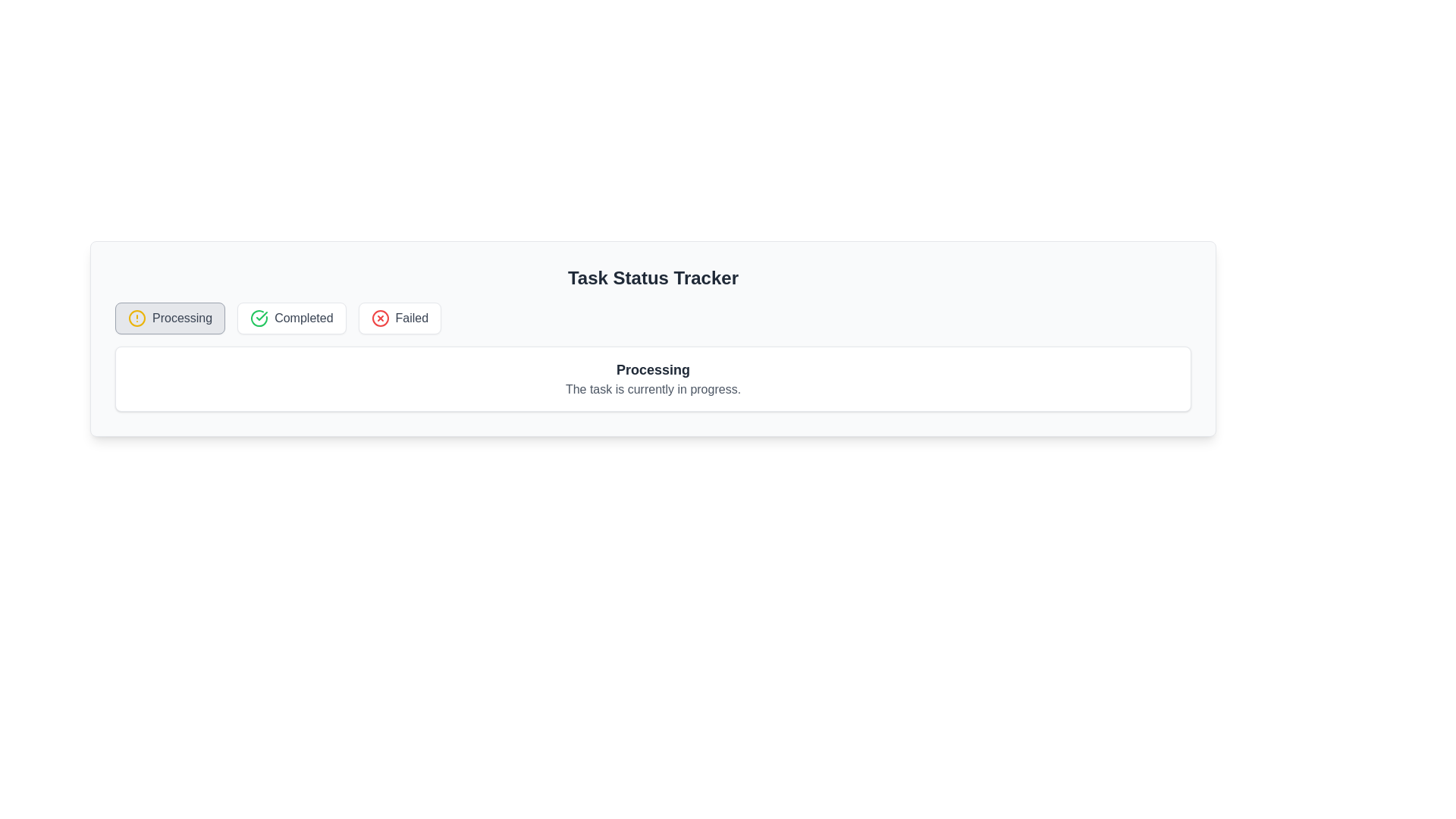  Describe the element at coordinates (291, 318) in the screenshot. I see `the 'Completed' button, which is the second option in a horizontal list of three buttons` at that location.